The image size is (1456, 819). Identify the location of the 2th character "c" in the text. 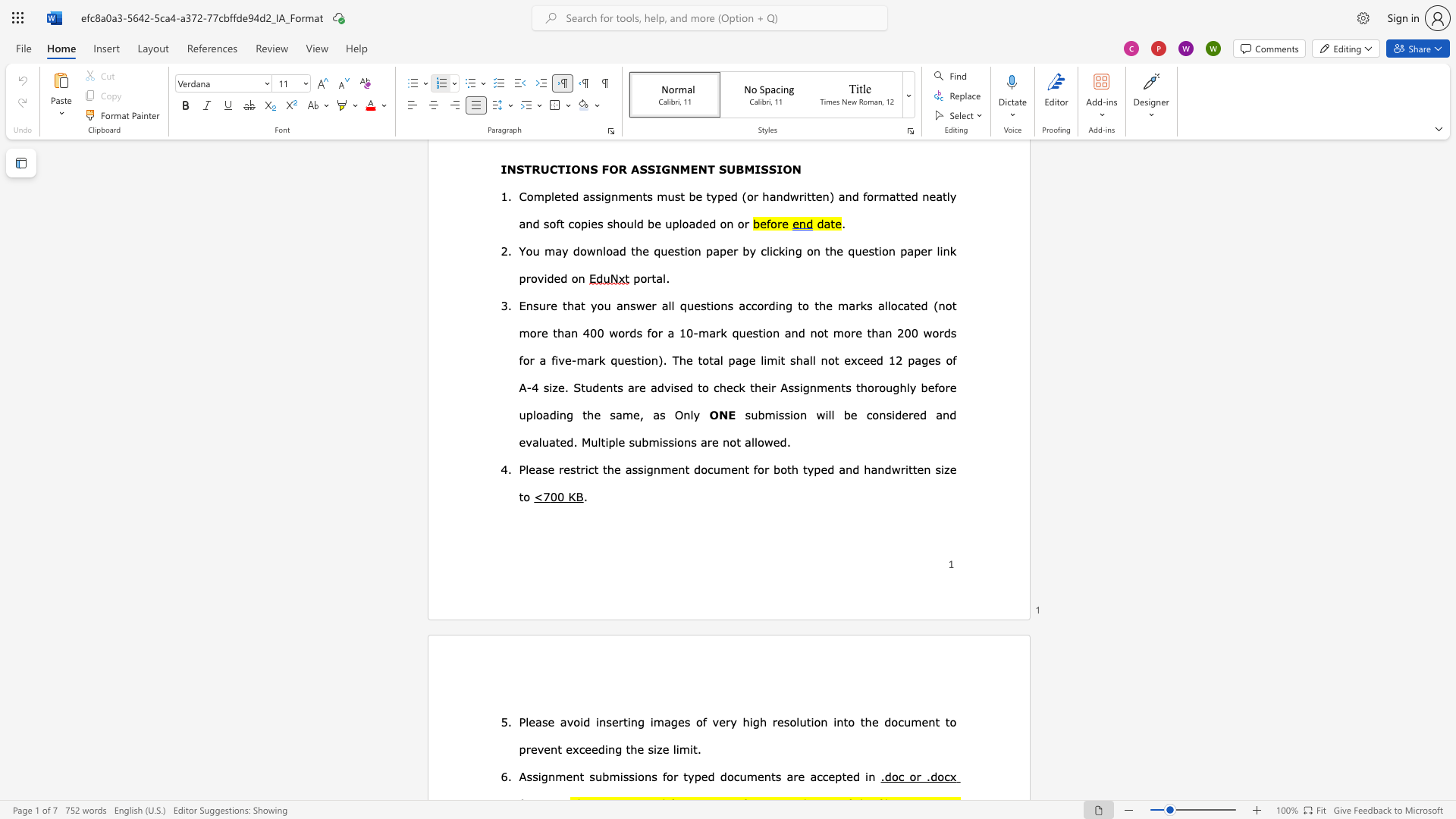
(709, 468).